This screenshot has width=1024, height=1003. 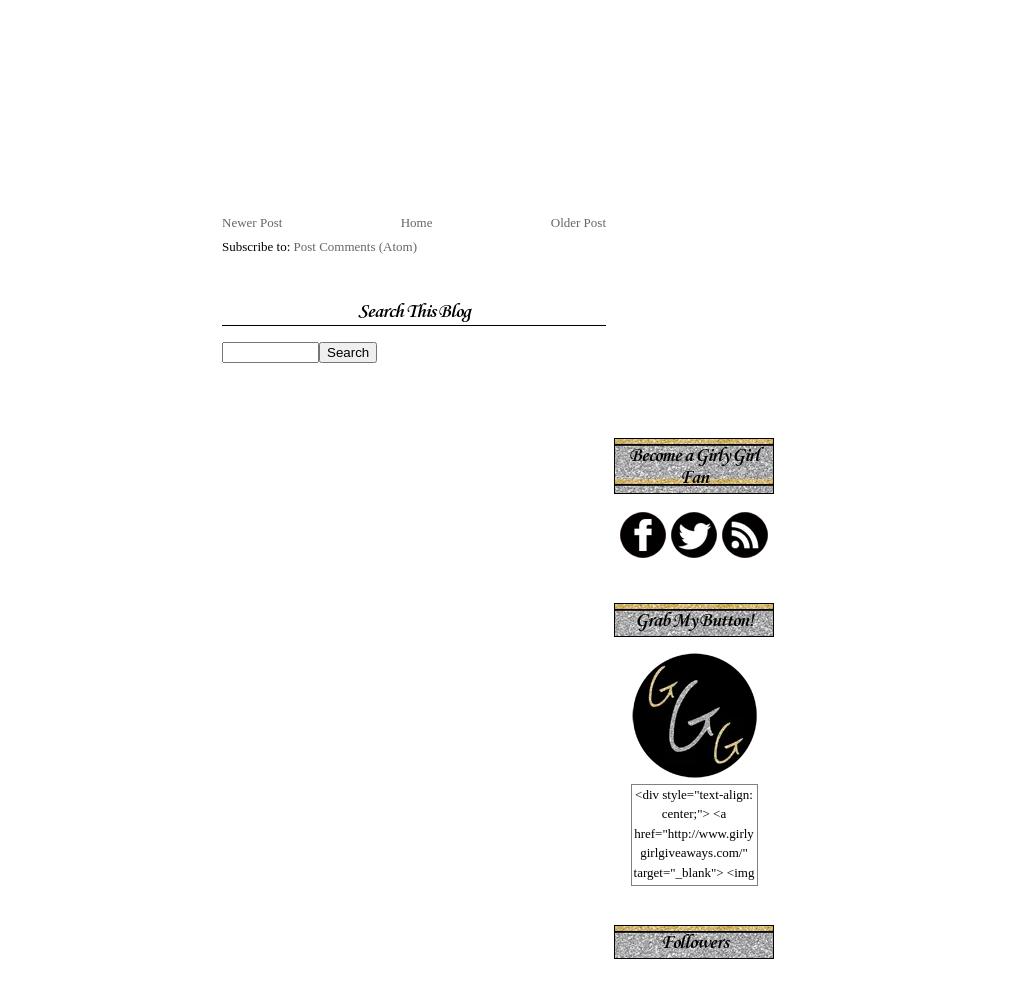 What do you see at coordinates (251, 221) in the screenshot?
I see `'Newer Post'` at bounding box center [251, 221].